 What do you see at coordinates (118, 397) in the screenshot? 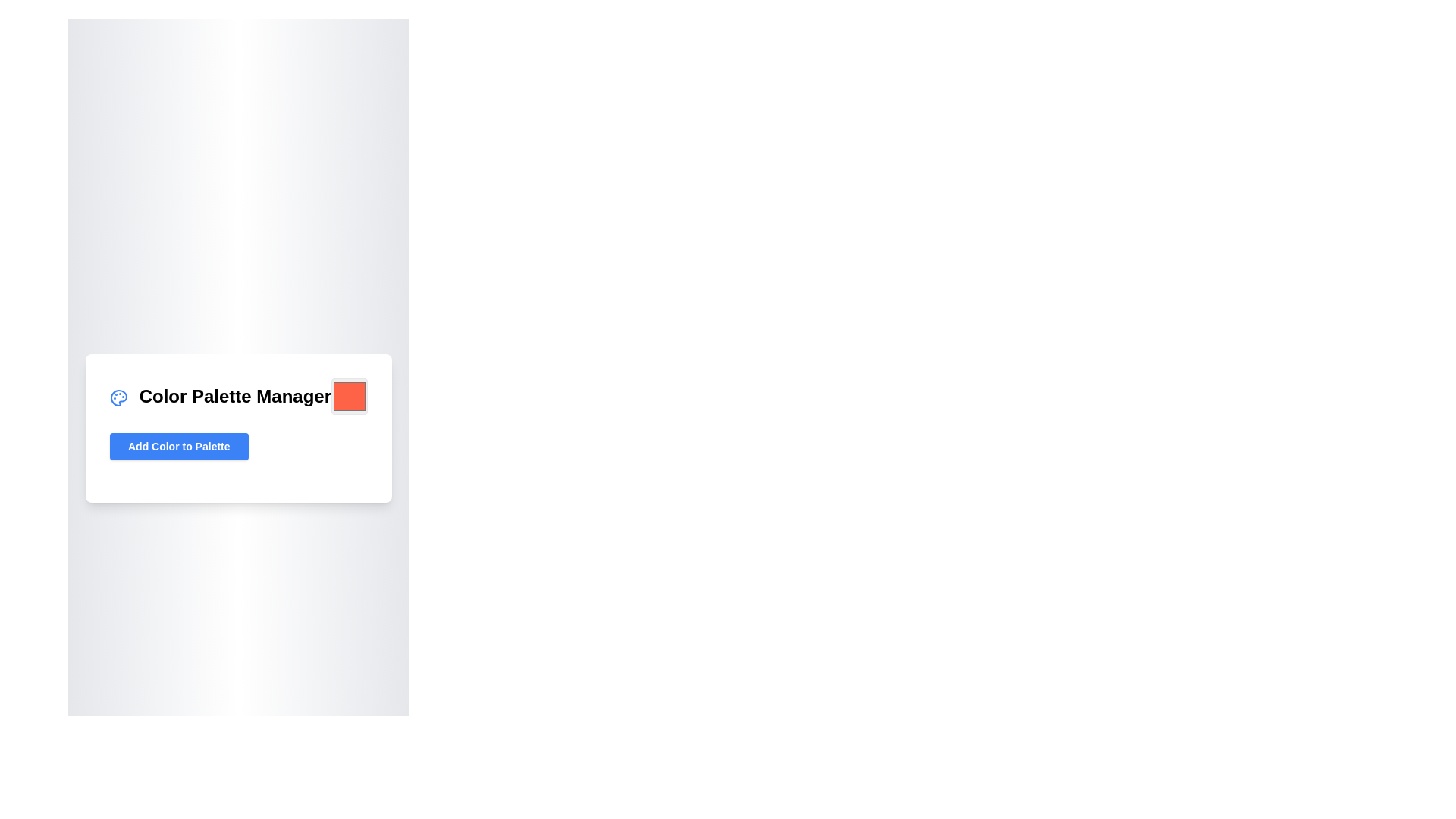
I see `the blue-colored palette icon, which is styled to simulate a drawing tool and located to the left of the 'Color Palette Manager' text` at bounding box center [118, 397].